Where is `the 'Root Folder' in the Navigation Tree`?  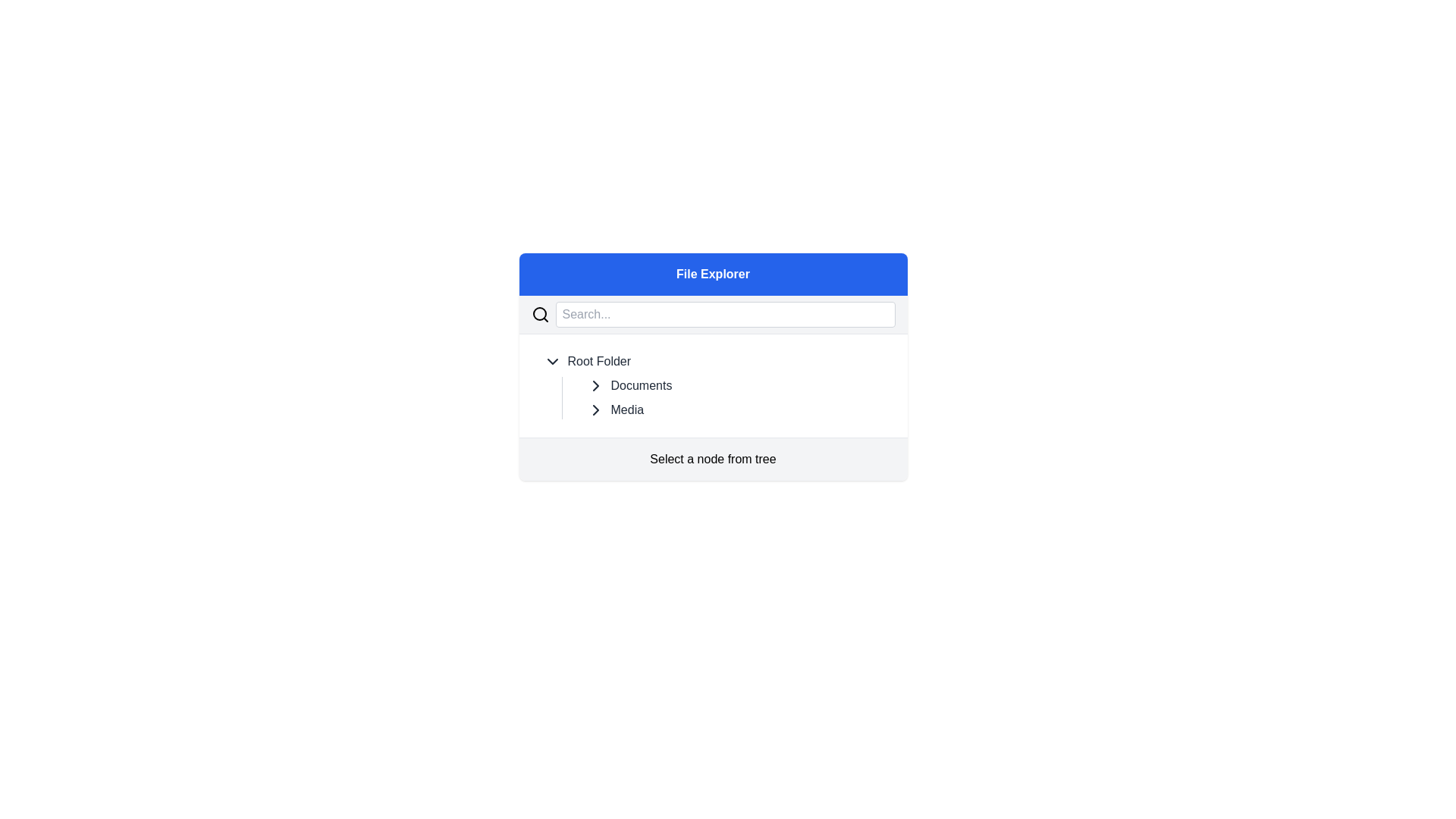 the 'Root Folder' in the Navigation Tree is located at coordinates (712, 366).